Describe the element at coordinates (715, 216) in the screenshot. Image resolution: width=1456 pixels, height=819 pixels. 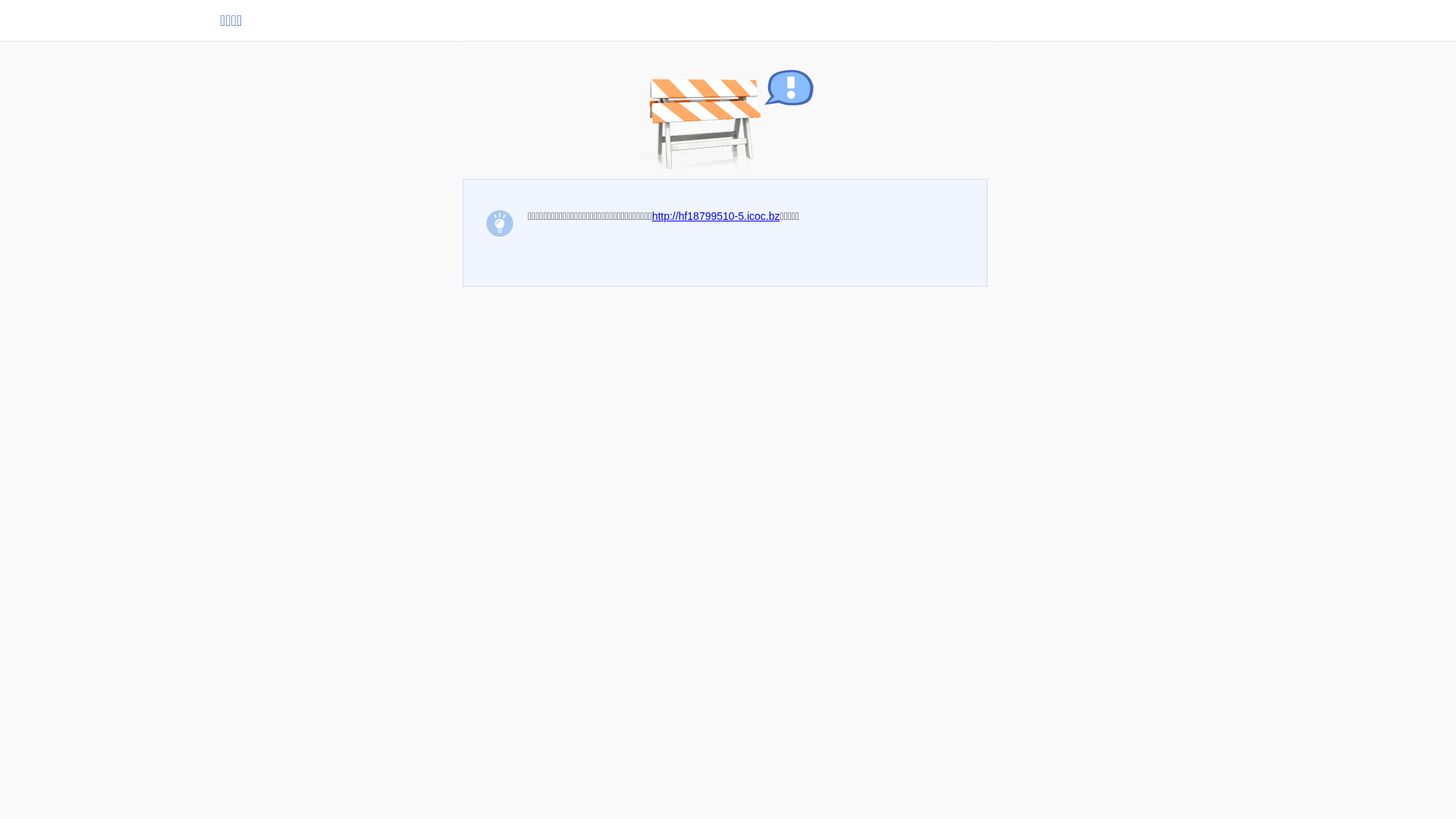
I see `'http://hf18799510-5.icoc.bz'` at that location.